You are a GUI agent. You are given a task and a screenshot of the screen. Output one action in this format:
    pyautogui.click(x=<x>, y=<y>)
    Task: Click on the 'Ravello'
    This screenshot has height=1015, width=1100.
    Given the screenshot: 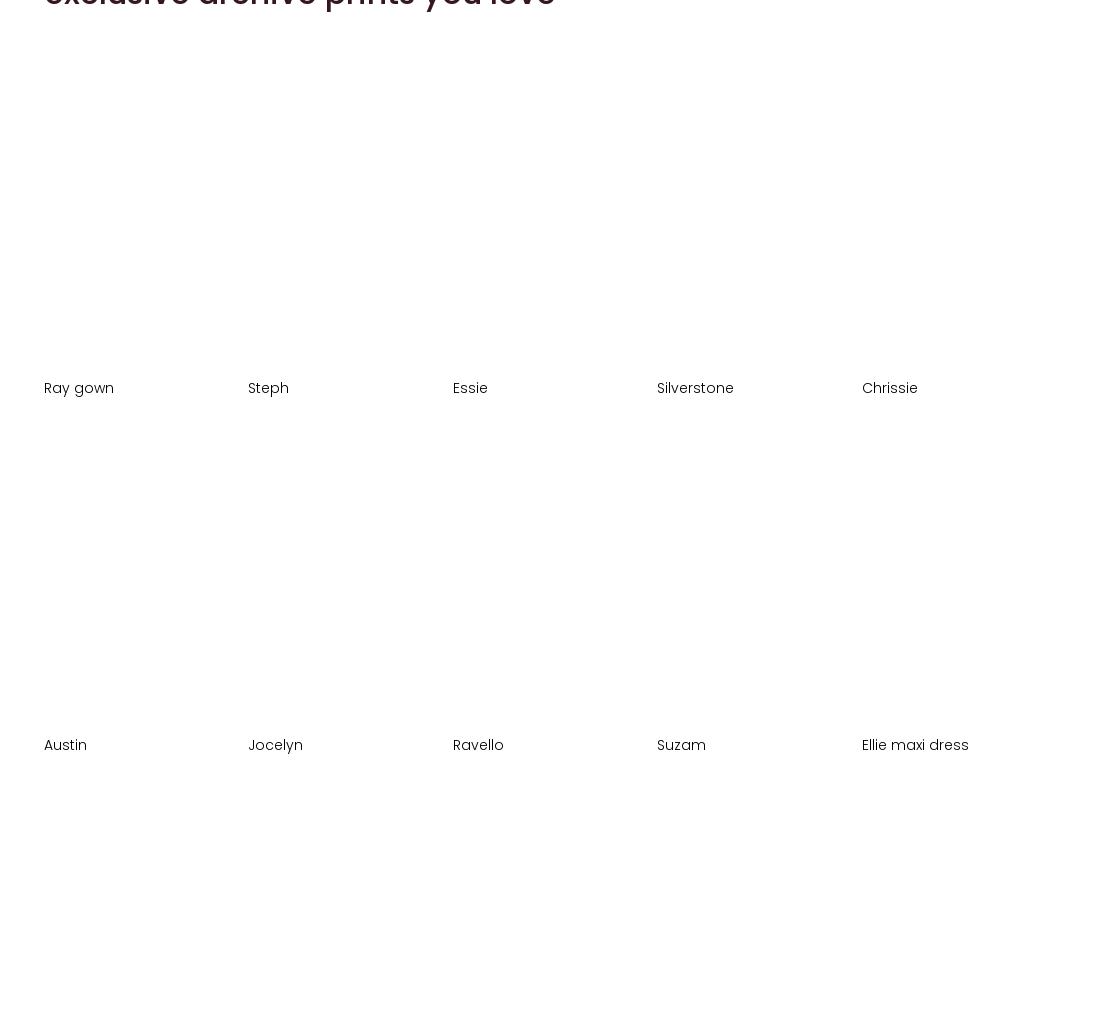 What is the action you would take?
    pyautogui.click(x=477, y=742)
    